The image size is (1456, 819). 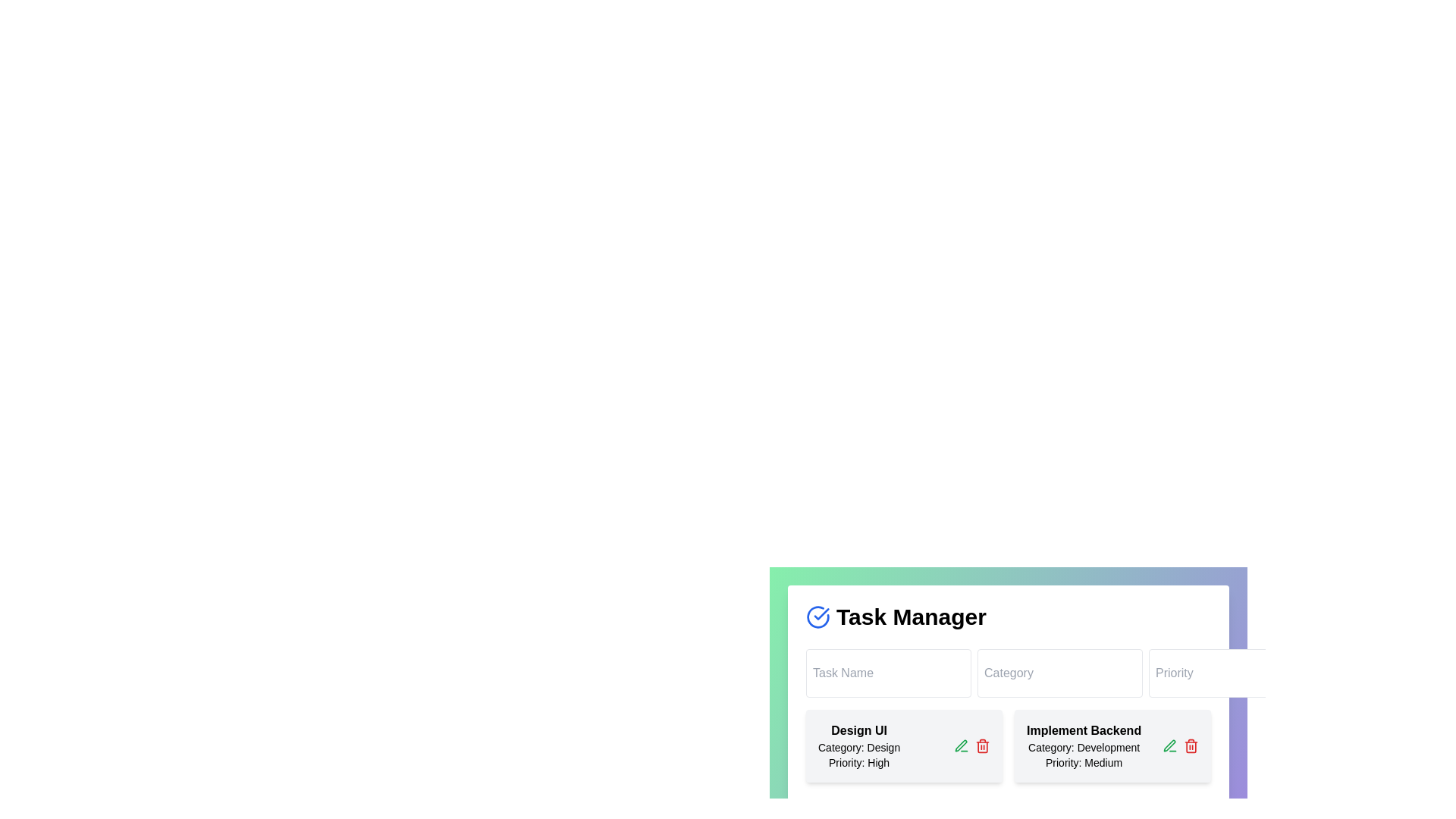 What do you see at coordinates (1083, 763) in the screenshot?
I see `the 'Medium' priority text label located at the bottom of the 'Implement Backend' task card` at bounding box center [1083, 763].